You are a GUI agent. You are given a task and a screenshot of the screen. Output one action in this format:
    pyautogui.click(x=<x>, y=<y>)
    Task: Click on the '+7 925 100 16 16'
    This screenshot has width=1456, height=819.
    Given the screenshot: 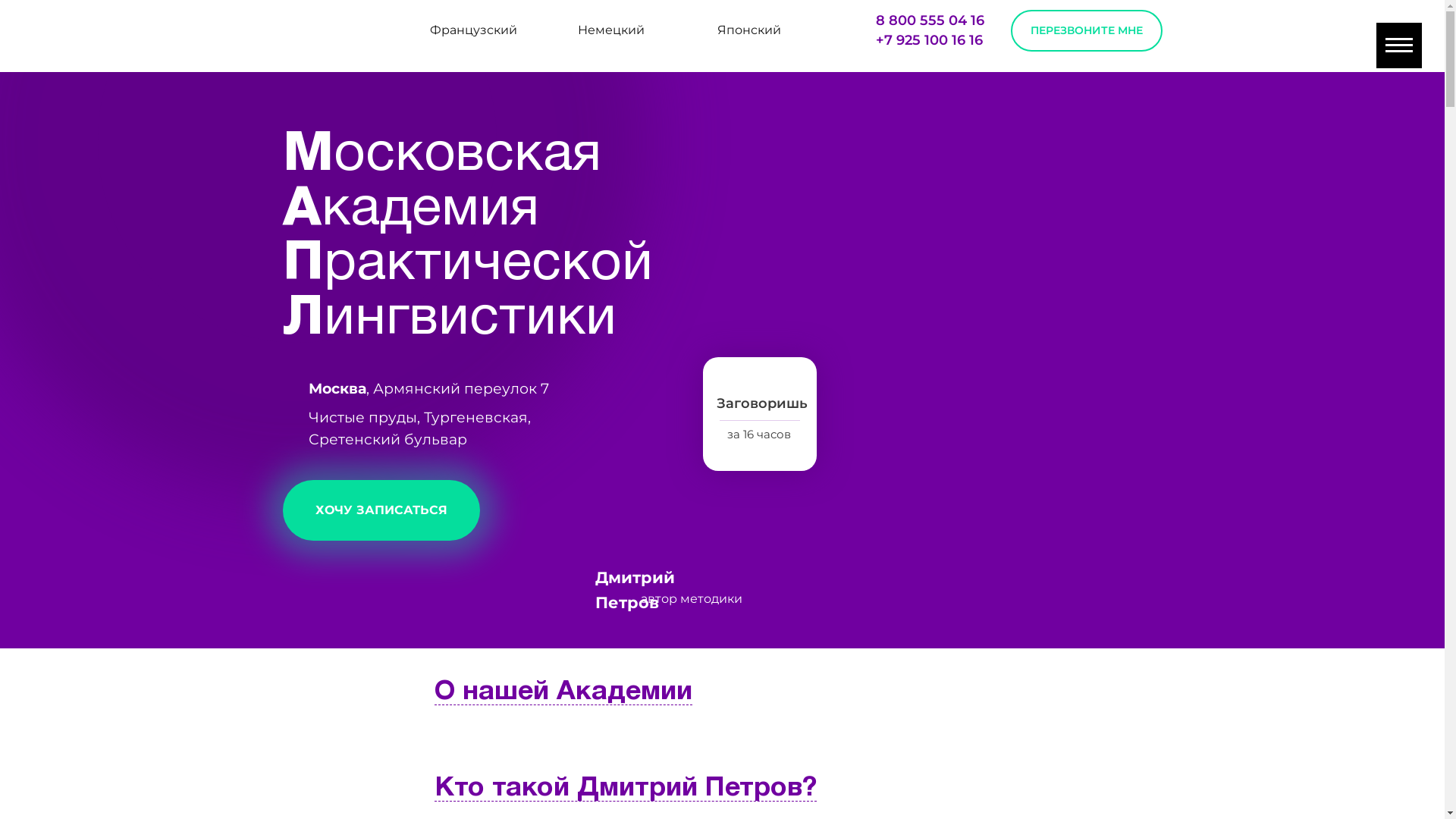 What is the action you would take?
    pyautogui.click(x=927, y=39)
    